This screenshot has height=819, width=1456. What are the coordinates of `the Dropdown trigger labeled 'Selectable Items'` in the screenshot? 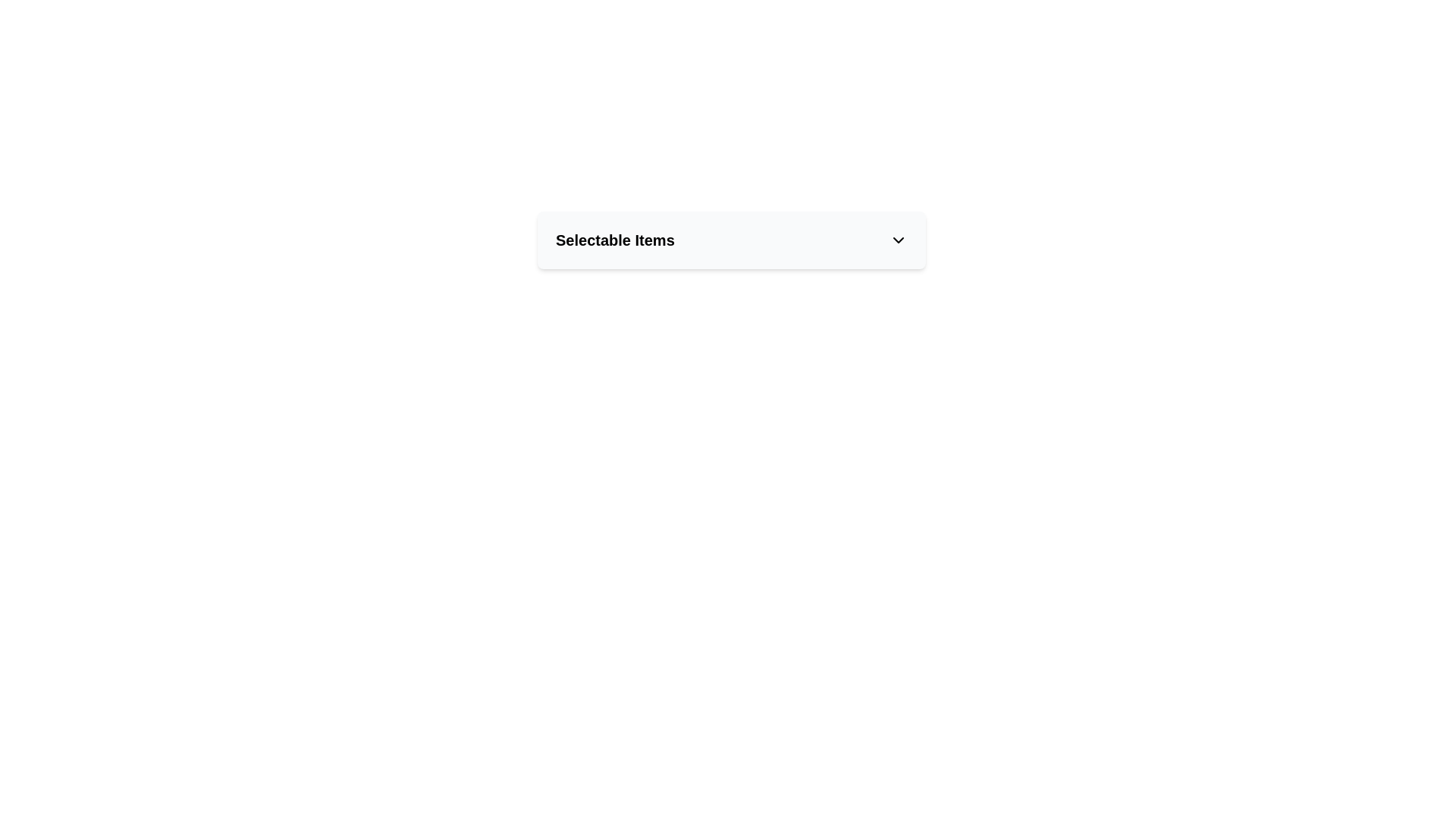 It's located at (731, 239).